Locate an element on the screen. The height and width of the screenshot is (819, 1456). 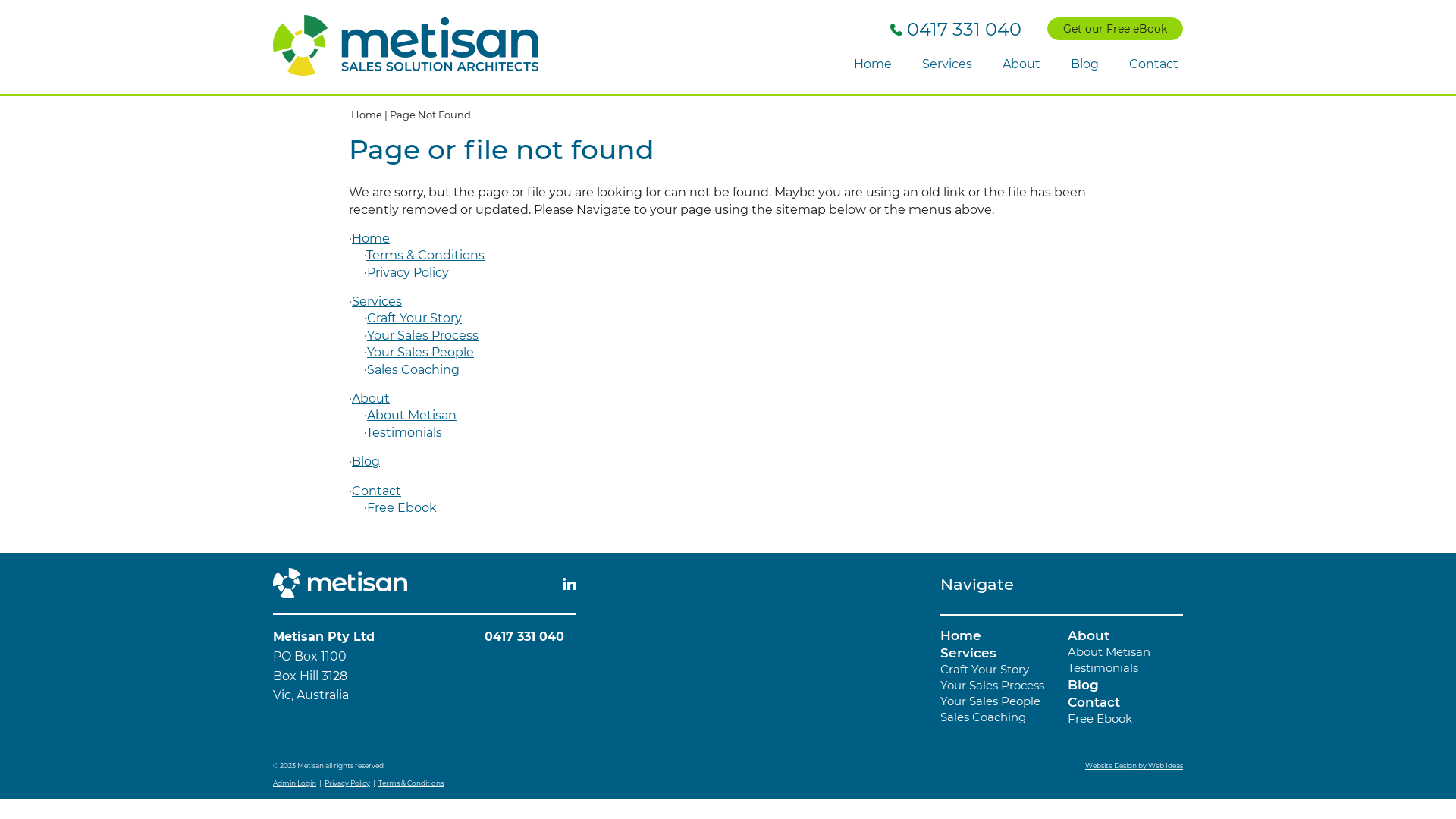
'Privacy Policy' is located at coordinates (346, 783).